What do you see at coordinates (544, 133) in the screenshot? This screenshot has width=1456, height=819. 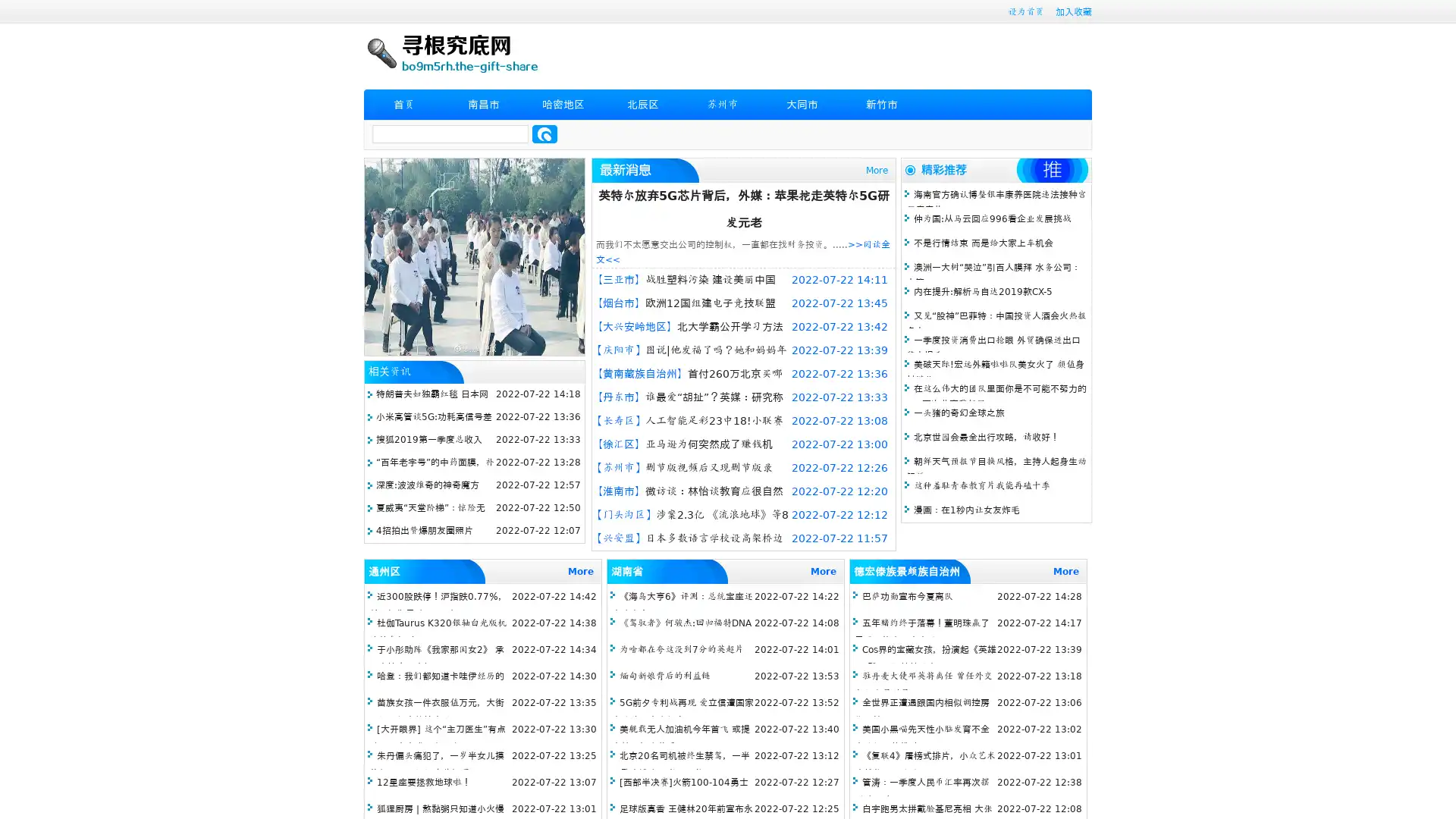 I see `Search` at bounding box center [544, 133].